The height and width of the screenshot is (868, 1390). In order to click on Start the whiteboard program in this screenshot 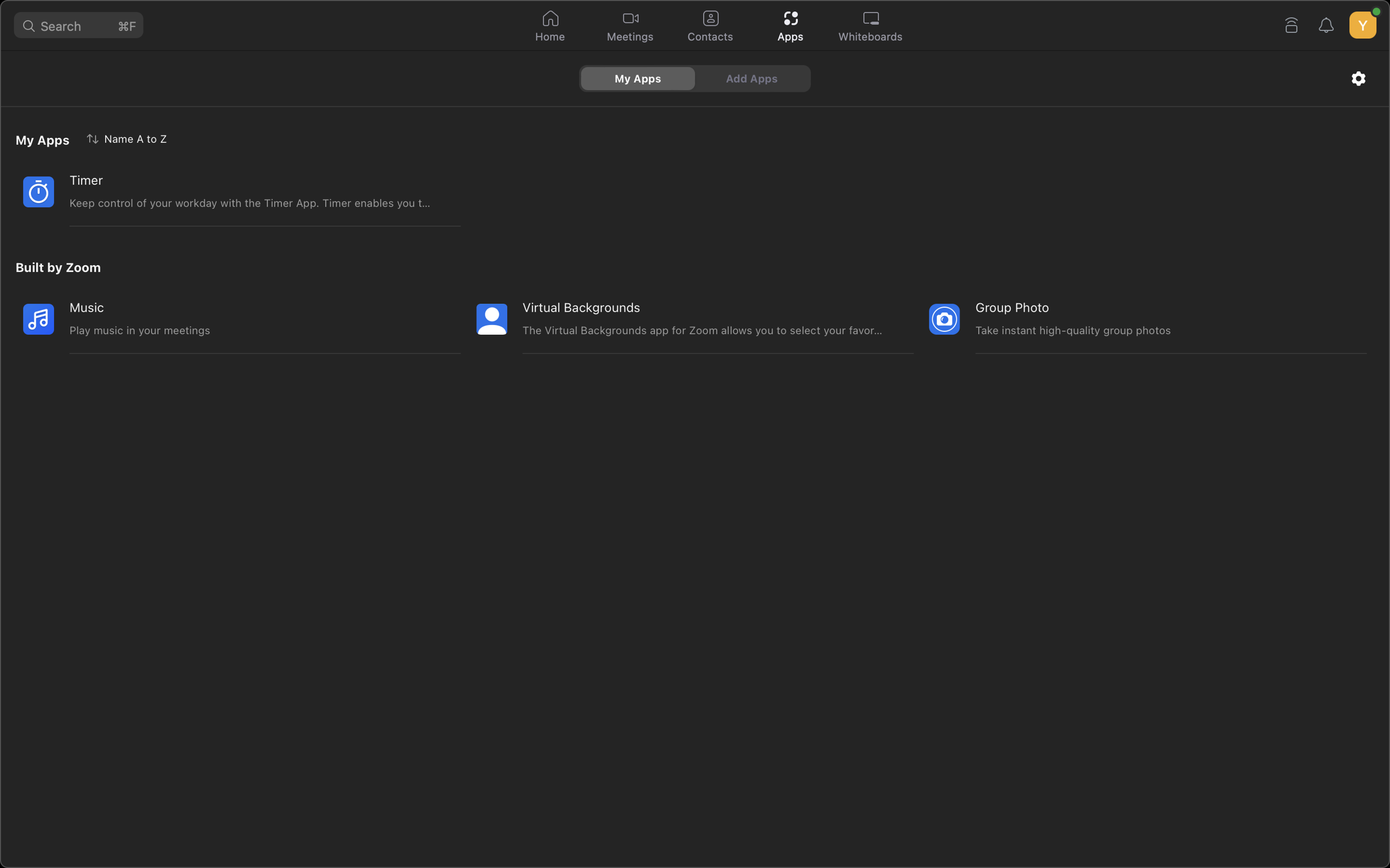, I will do `click(871, 26)`.